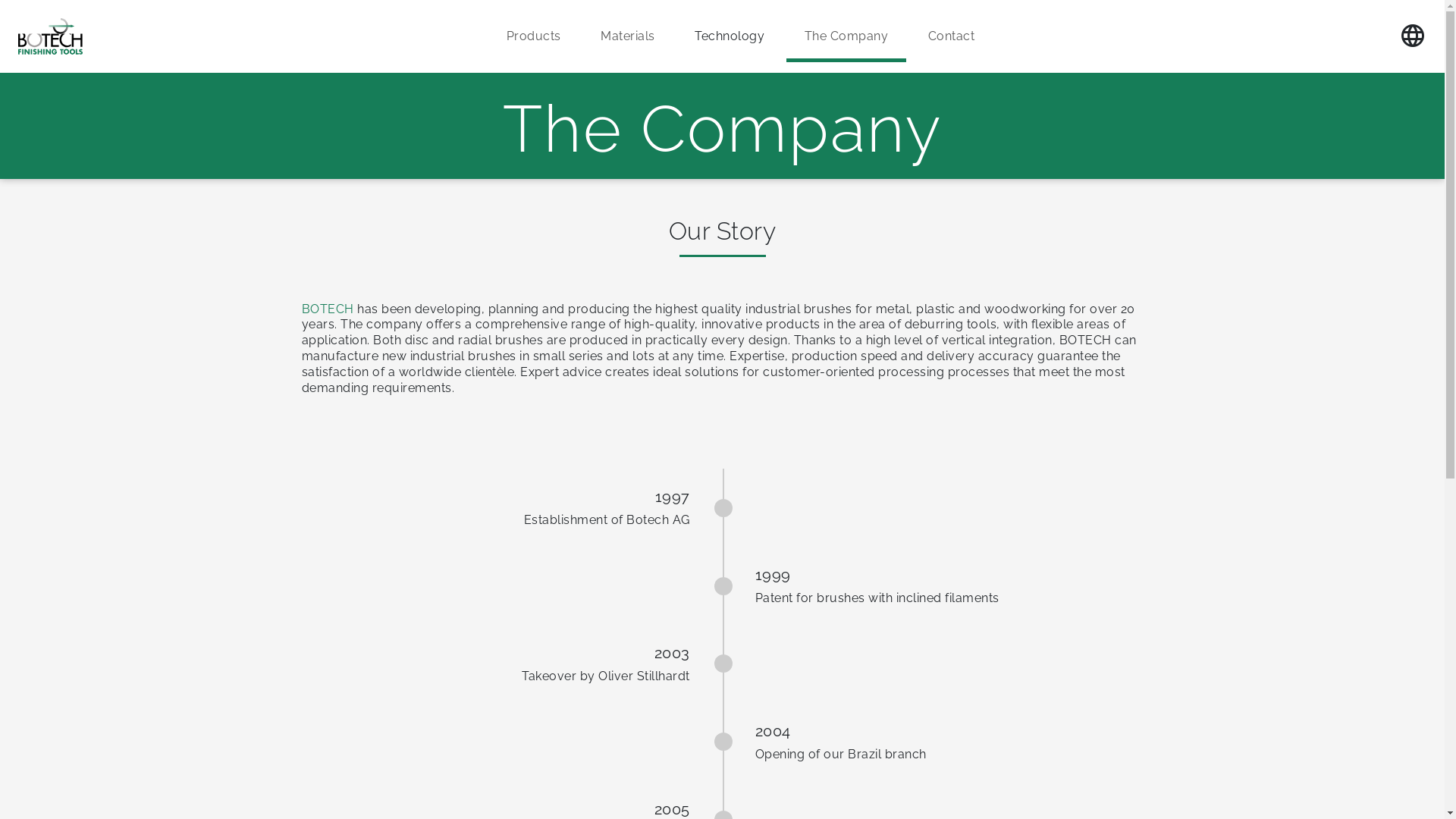 The width and height of the screenshot is (1456, 819). What do you see at coordinates (488, 36) in the screenshot?
I see `'Products'` at bounding box center [488, 36].